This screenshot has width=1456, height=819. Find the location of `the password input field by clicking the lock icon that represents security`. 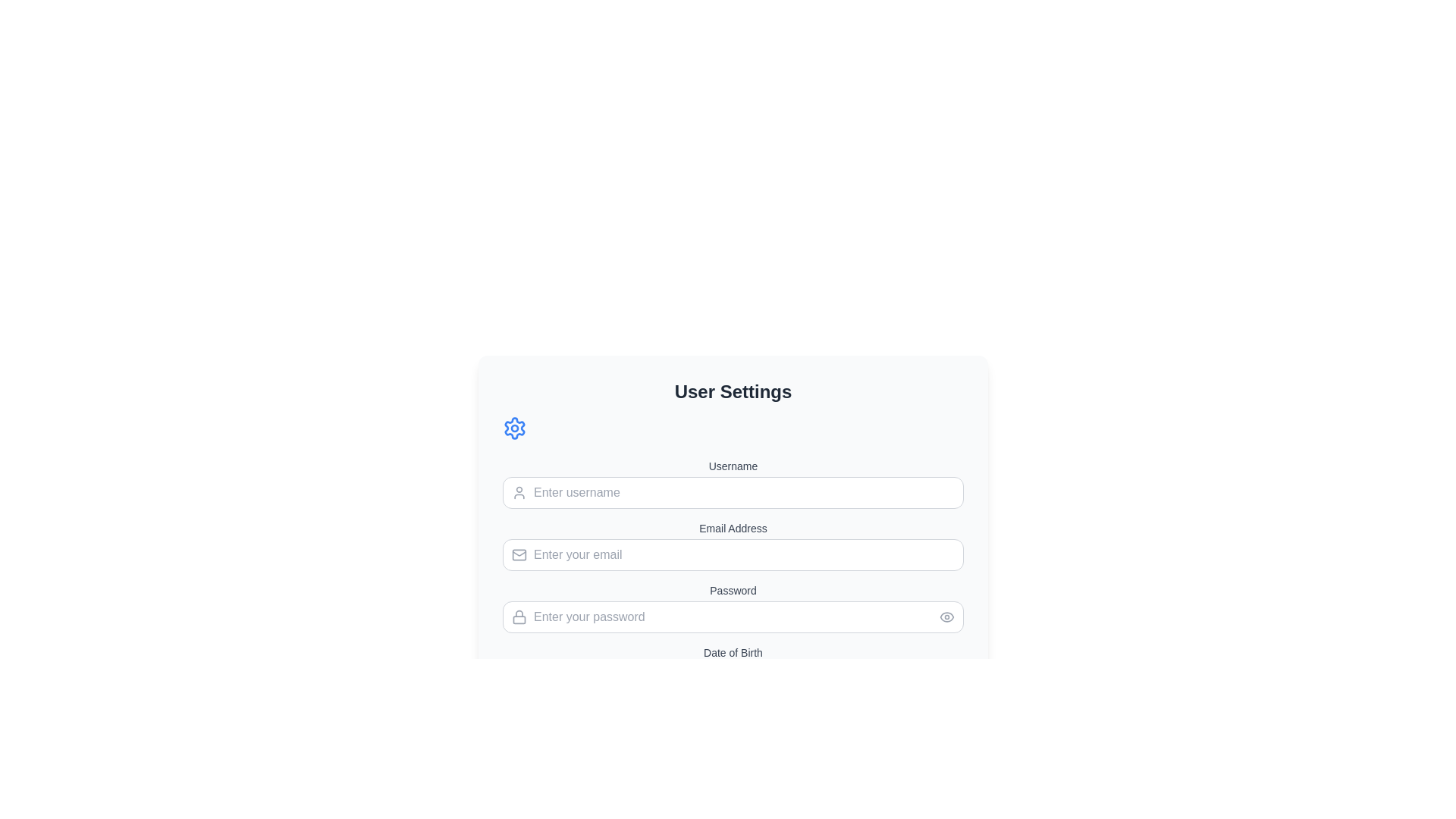

the password input field by clicking the lock icon that represents security is located at coordinates (519, 617).